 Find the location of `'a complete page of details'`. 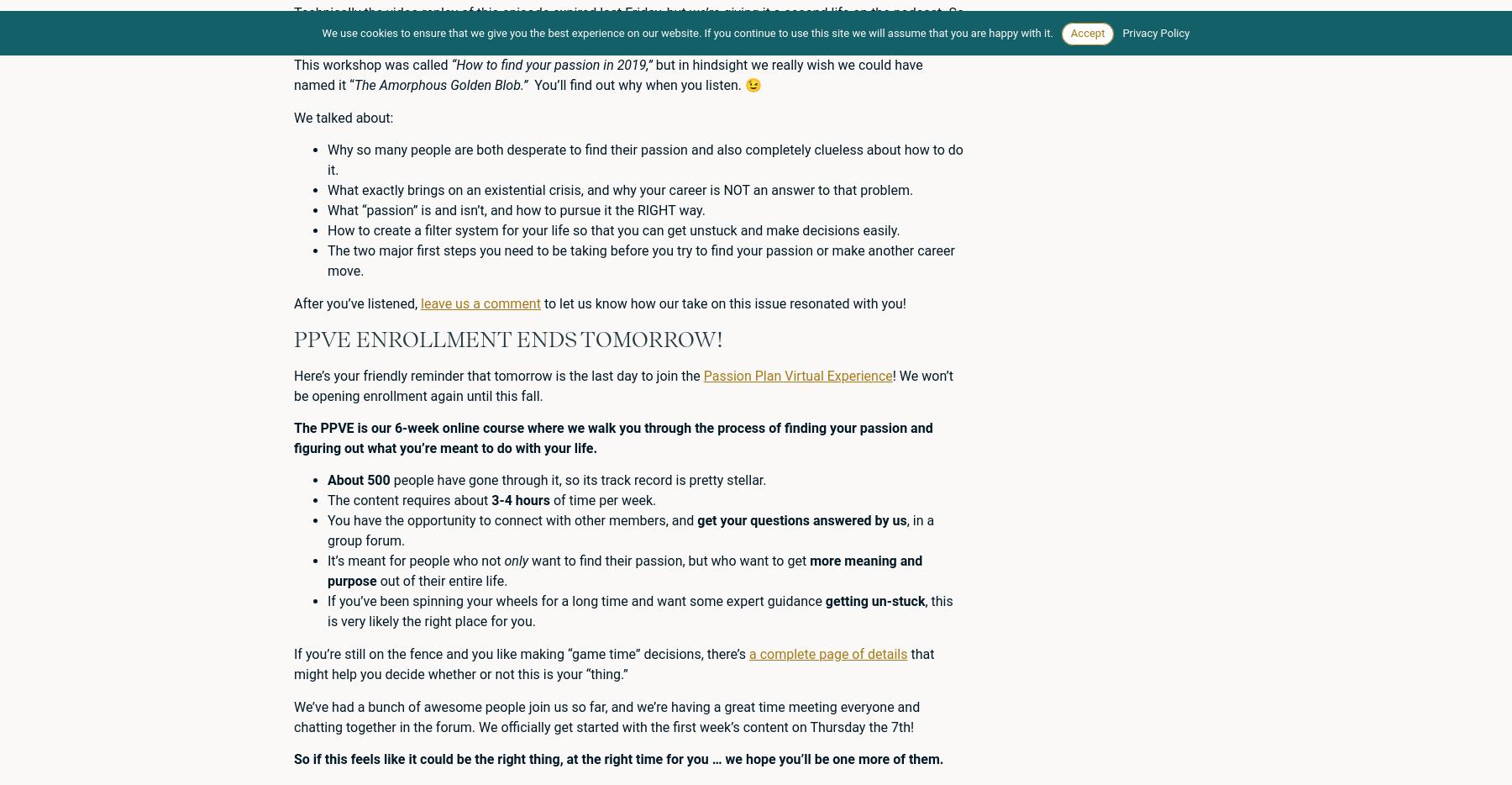

'a complete page of details' is located at coordinates (827, 653).